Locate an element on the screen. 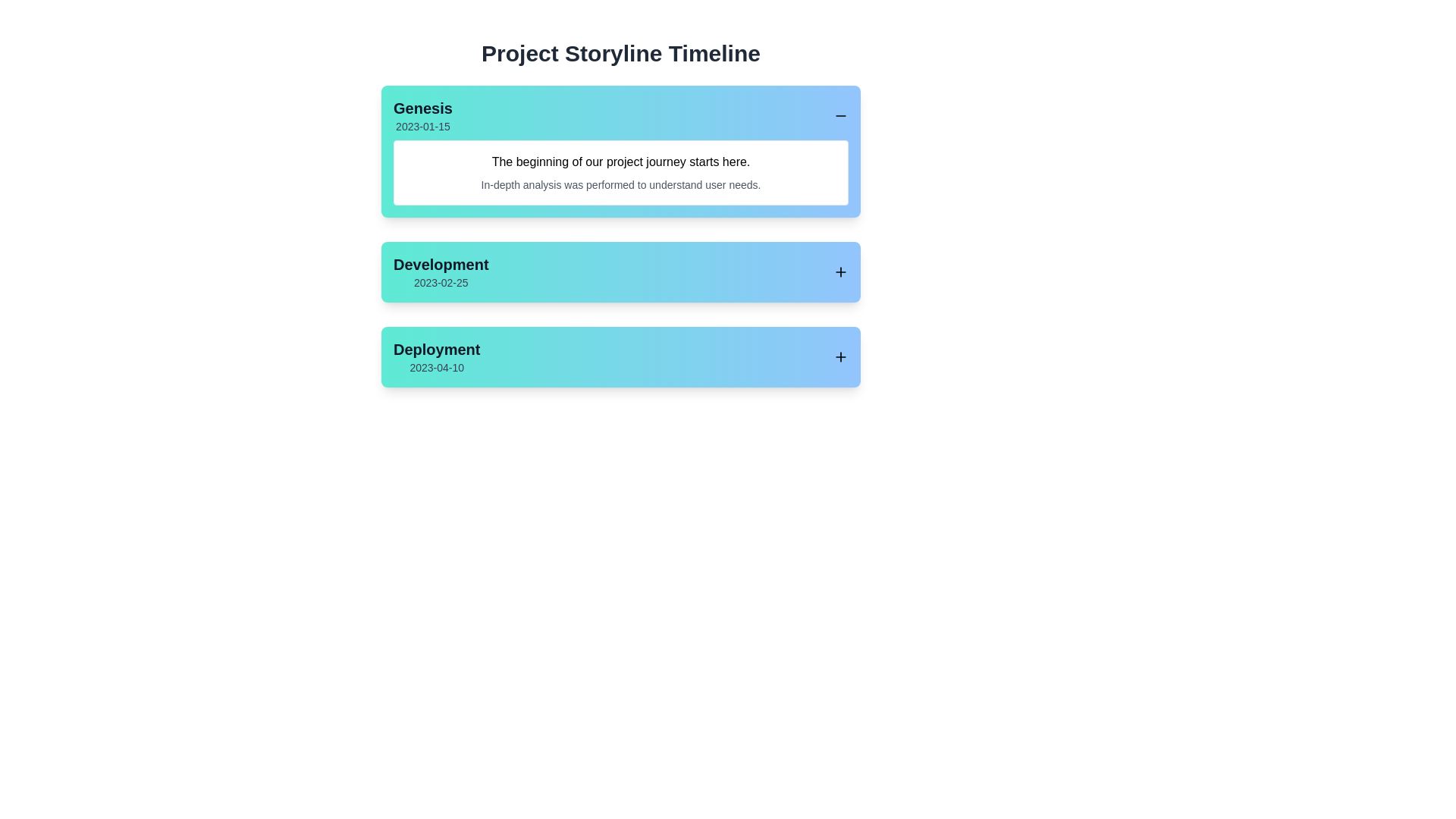  the static text element indicating the 'Development' stage of the project, which is located in the upper section of the middle card in the vertical timeline layout is located at coordinates (440, 263).